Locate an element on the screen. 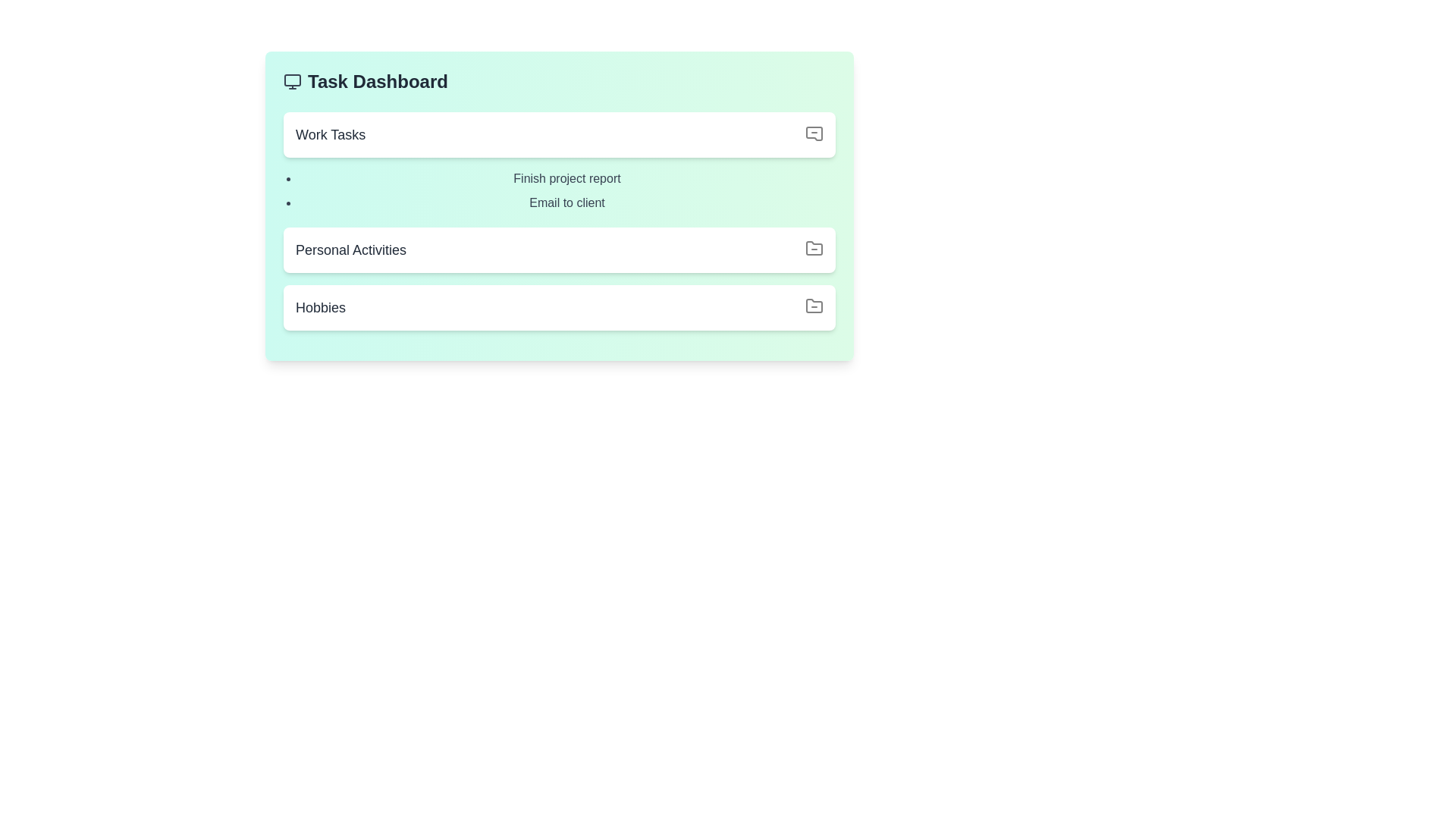  the icon associated with the 'Work Tasks' section to view its visual representation is located at coordinates (814, 133).